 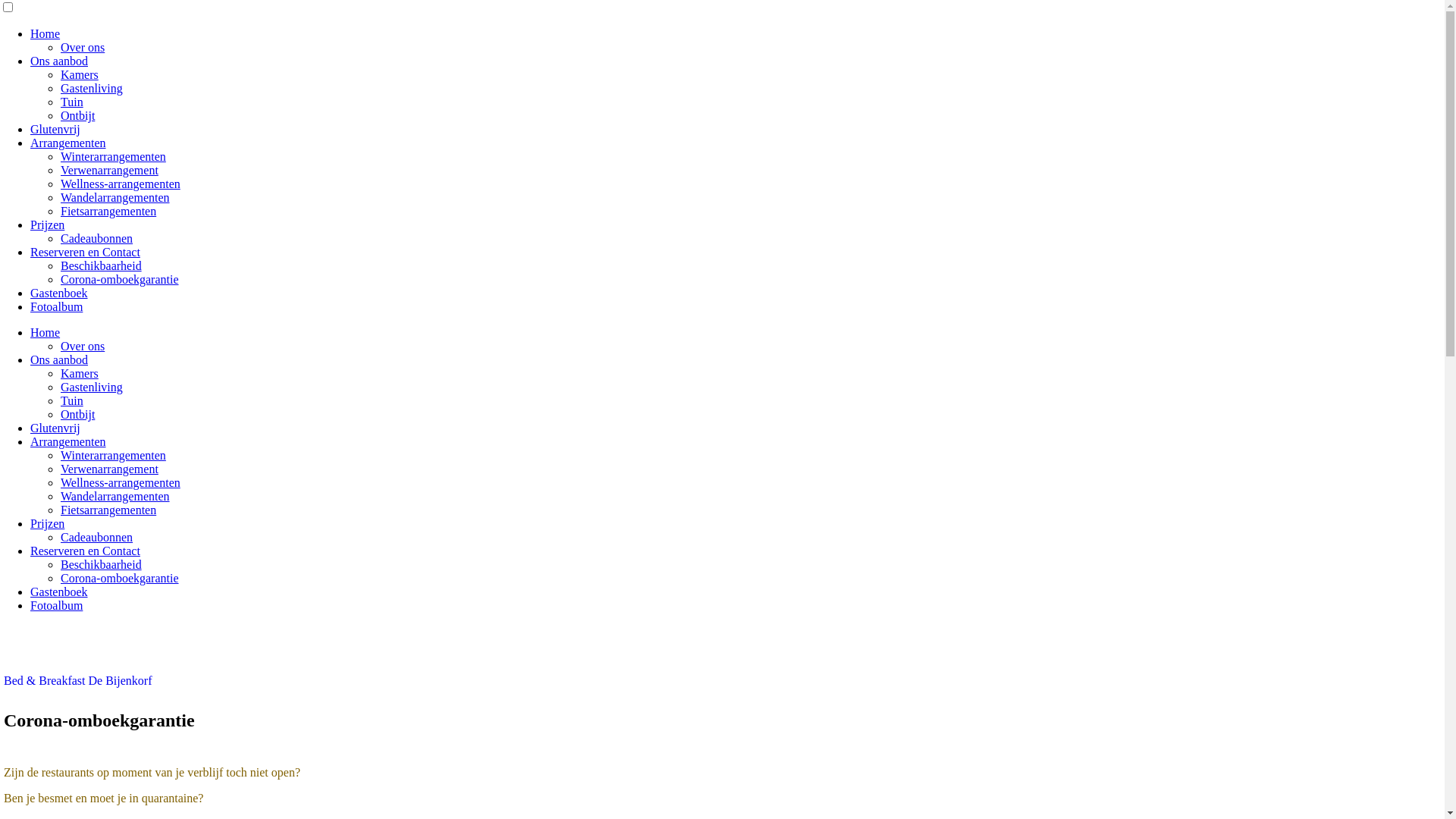 What do you see at coordinates (108, 510) in the screenshot?
I see `'Fietsarrangementen'` at bounding box center [108, 510].